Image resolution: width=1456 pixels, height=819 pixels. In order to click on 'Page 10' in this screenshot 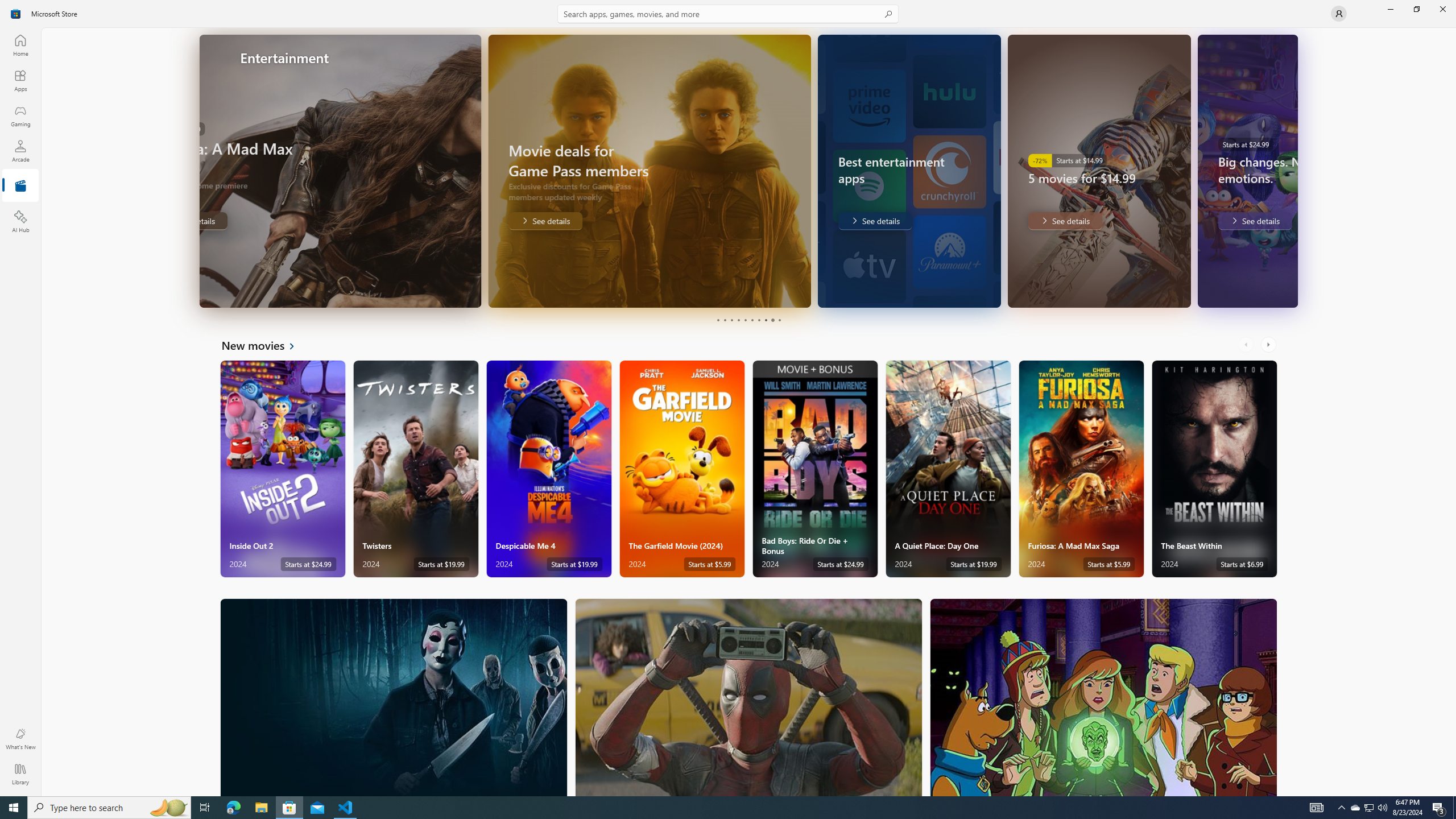, I will do `click(779, 320)`.